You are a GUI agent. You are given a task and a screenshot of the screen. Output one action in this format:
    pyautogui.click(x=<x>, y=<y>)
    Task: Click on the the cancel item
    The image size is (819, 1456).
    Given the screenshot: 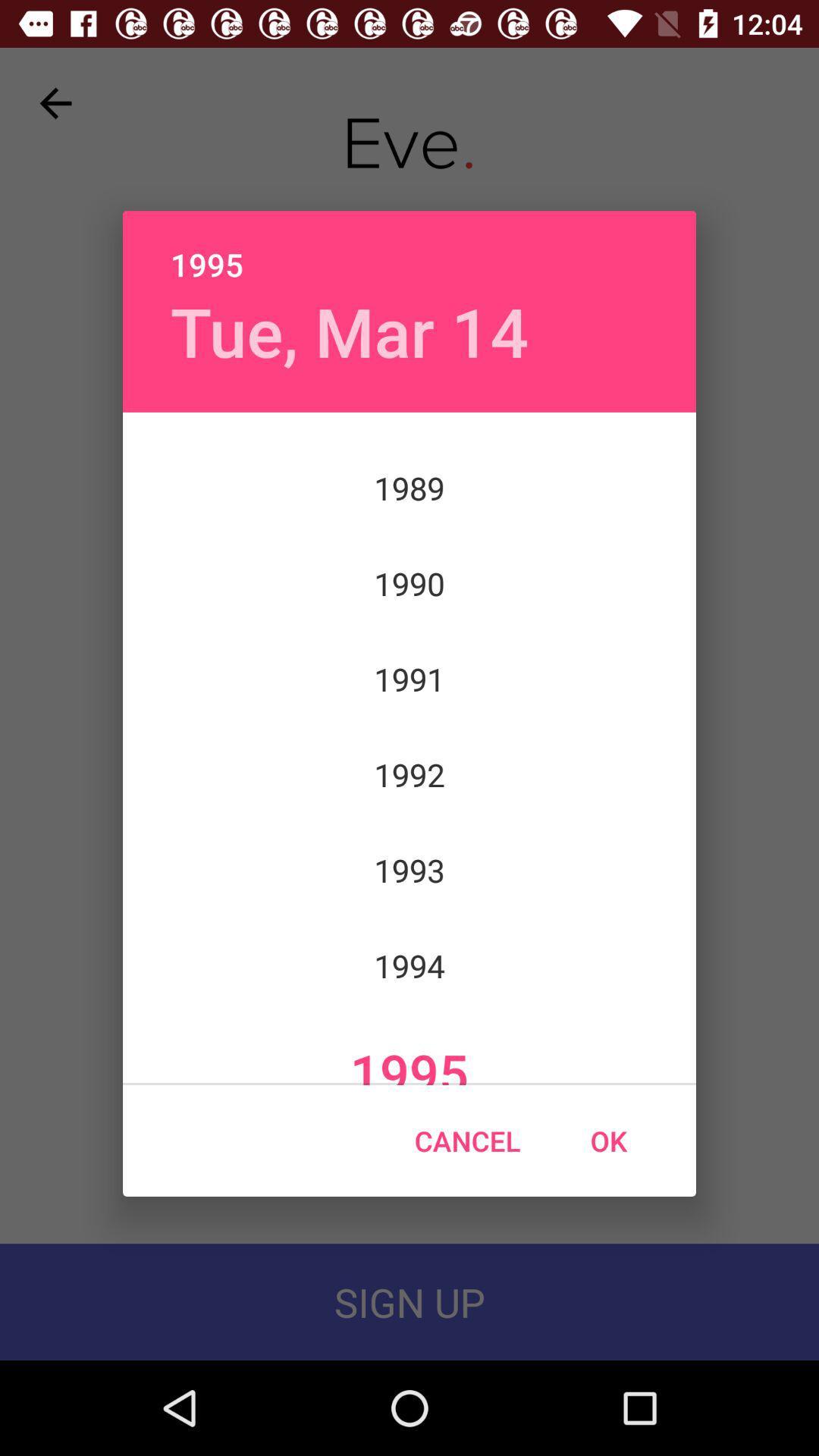 What is the action you would take?
    pyautogui.click(x=466, y=1141)
    